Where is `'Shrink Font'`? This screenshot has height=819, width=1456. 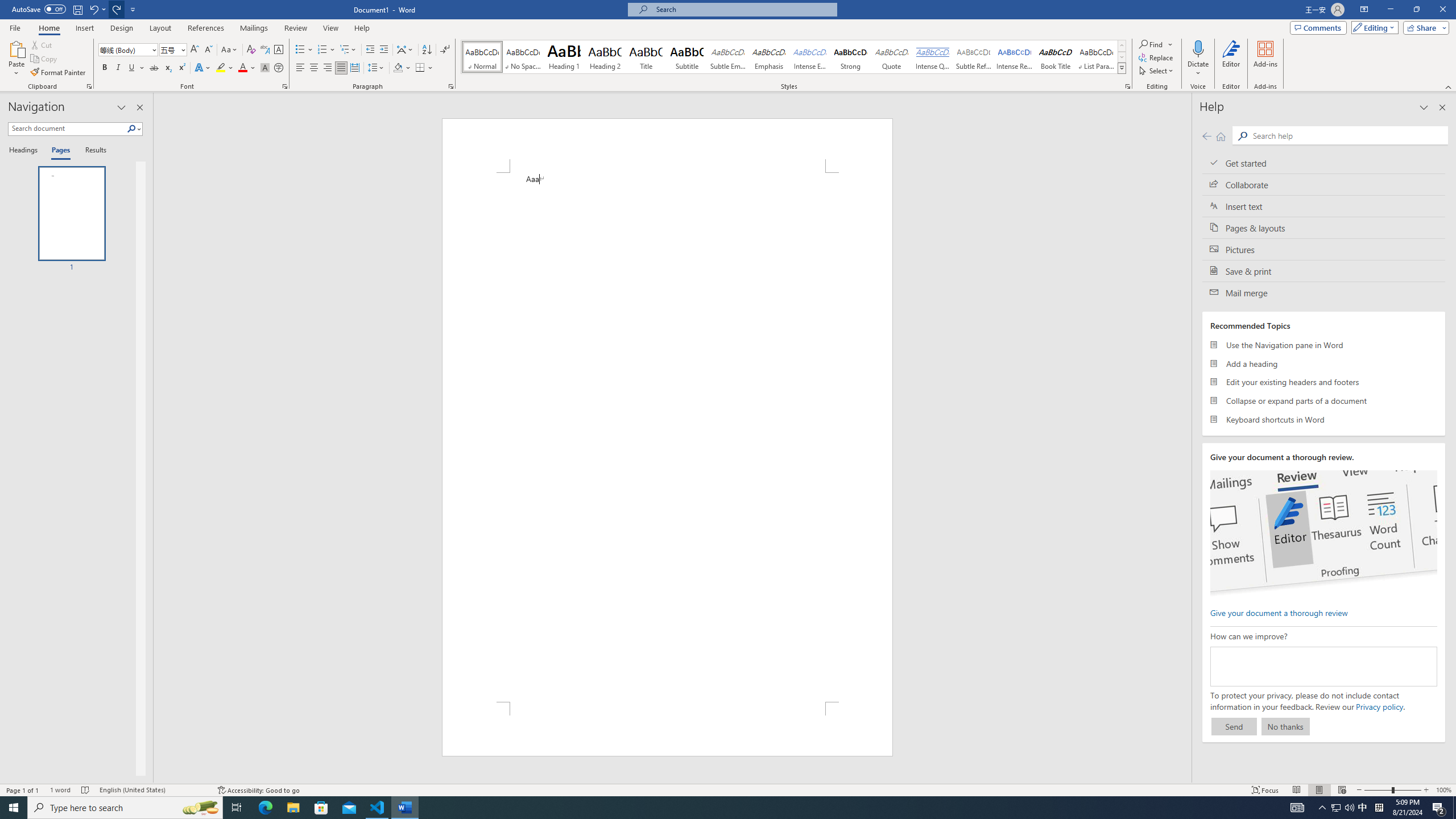
'Shrink Font' is located at coordinates (208, 49).